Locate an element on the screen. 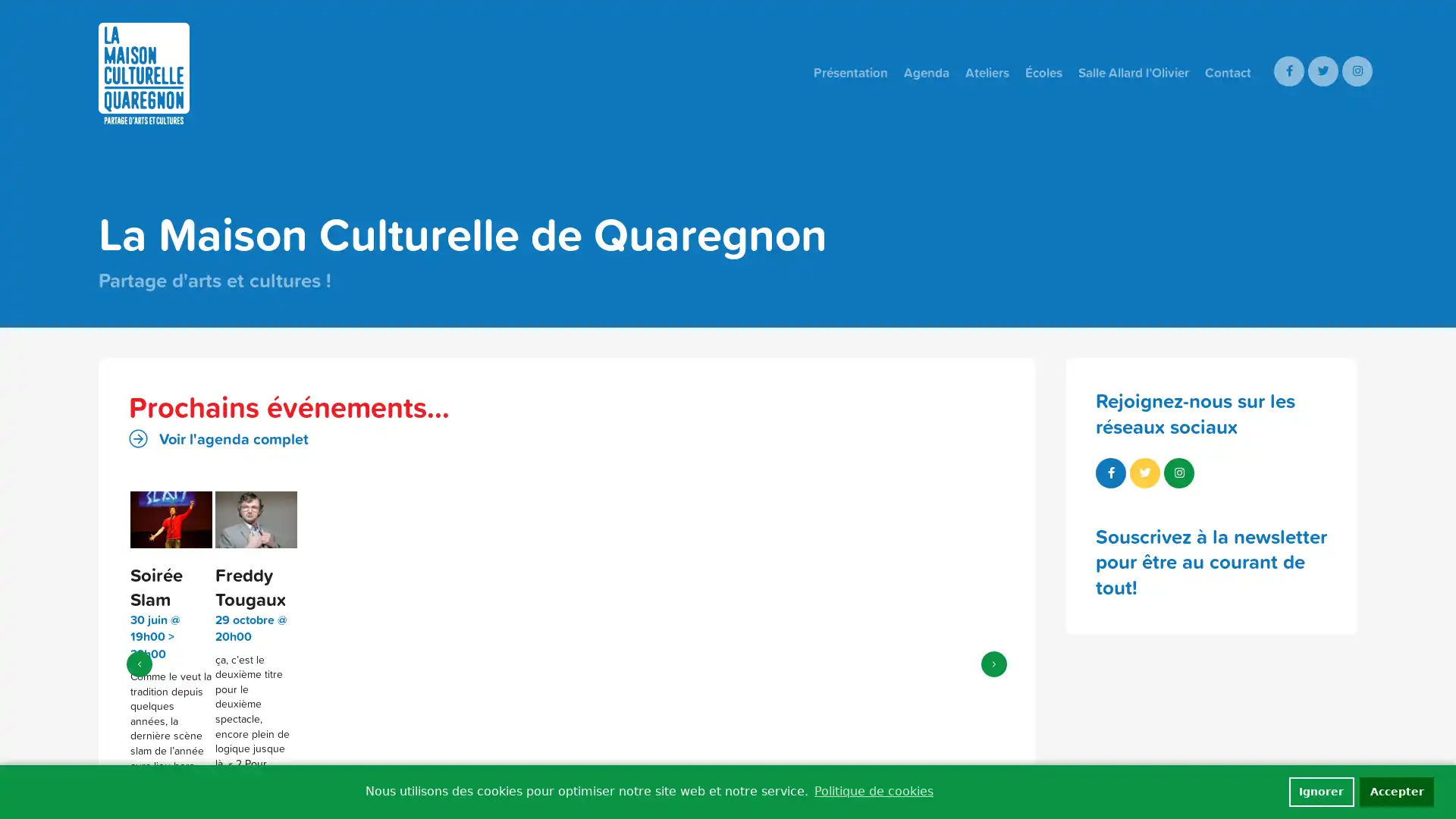  Next is located at coordinates (993, 654).